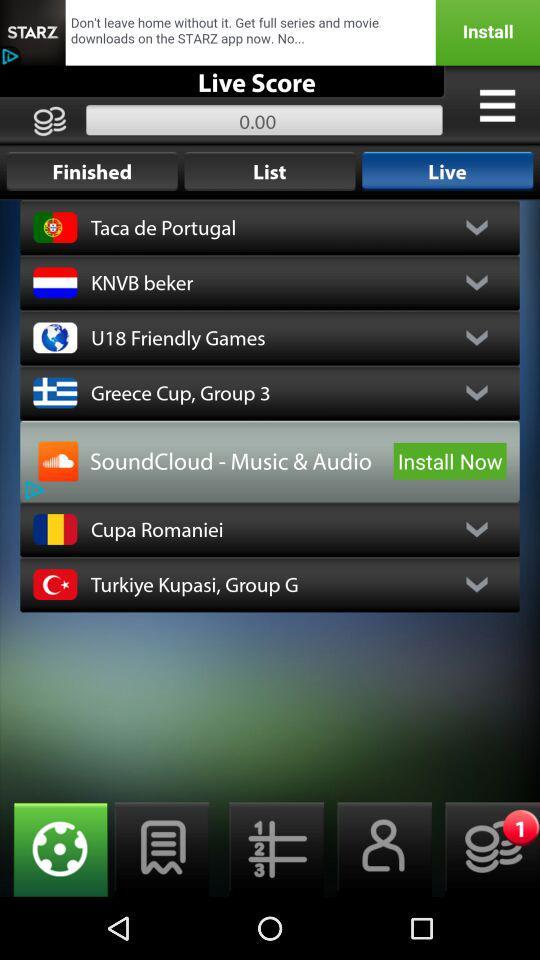 The height and width of the screenshot is (960, 540). Describe the element at coordinates (161, 909) in the screenshot. I see `the chat icon` at that location.